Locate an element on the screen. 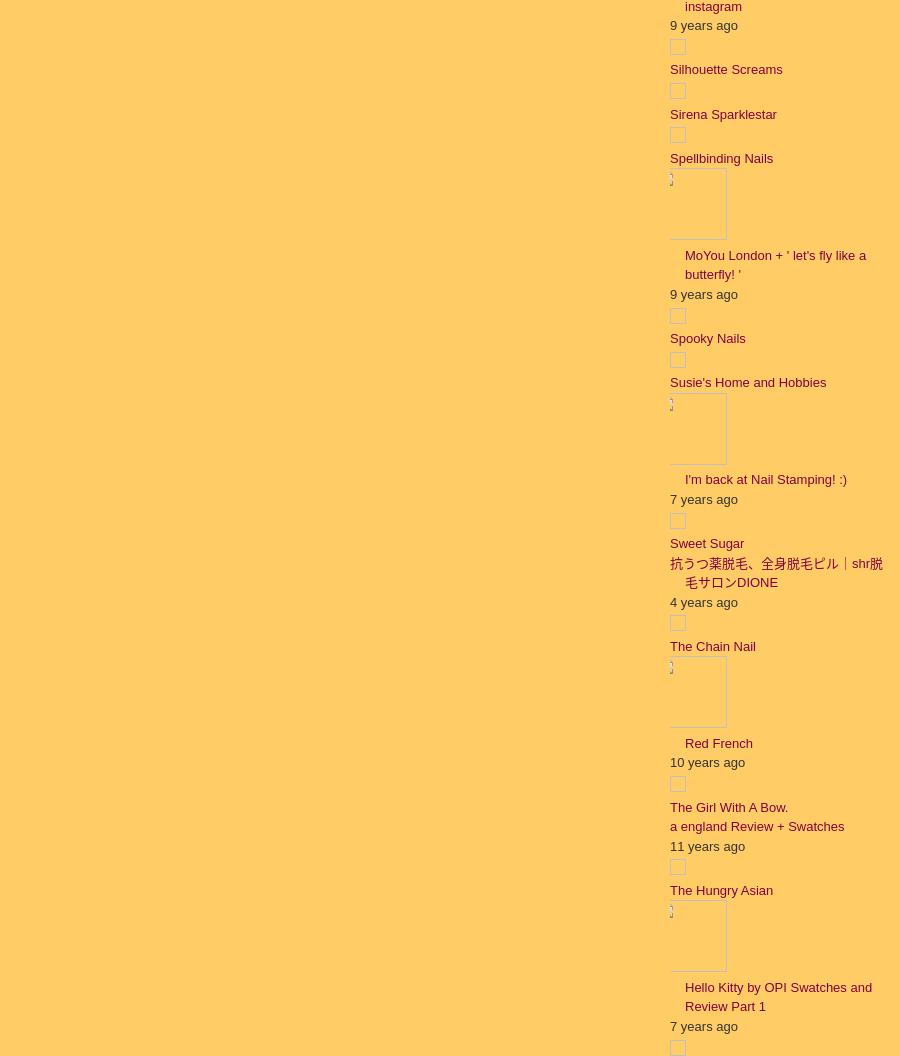 Image resolution: width=900 pixels, height=1056 pixels. 'Sirena Sparklestar' is located at coordinates (721, 112).